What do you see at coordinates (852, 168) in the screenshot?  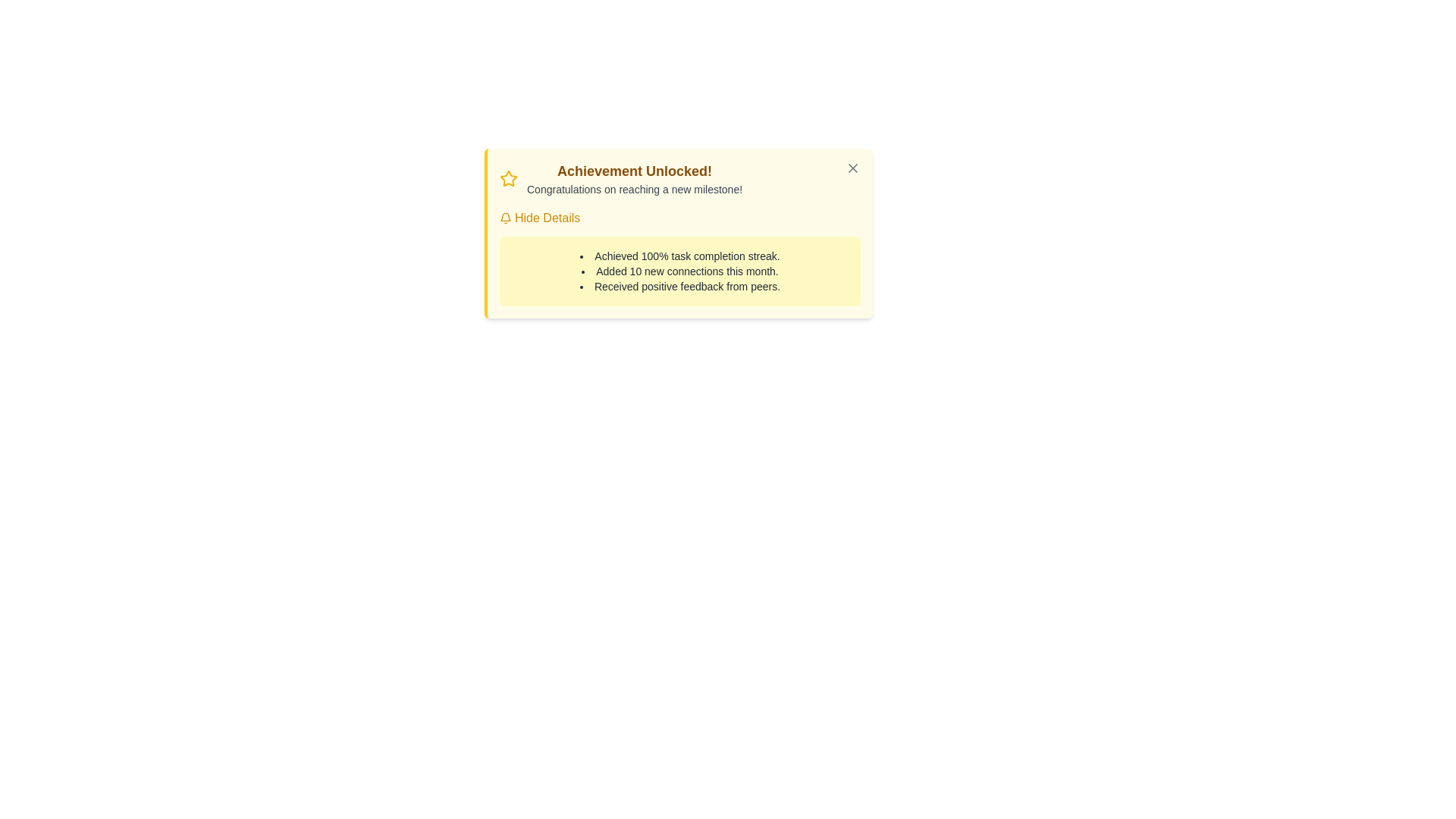 I see `the close button (X icon) located in the upper-right corner of the 'Achievement Unlocked!' notification card` at bounding box center [852, 168].